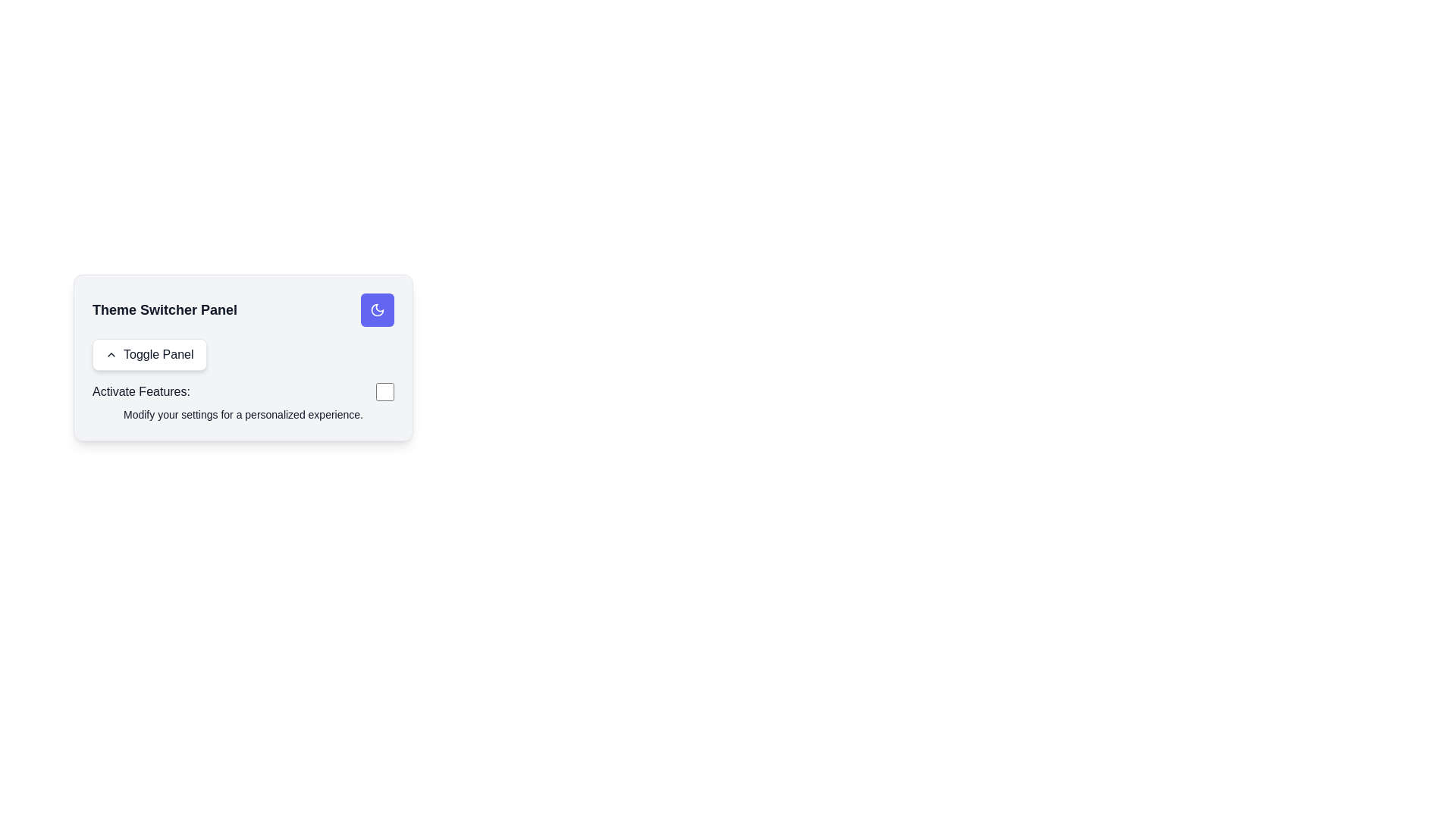 The height and width of the screenshot is (819, 1456). What do you see at coordinates (243, 415) in the screenshot?
I see `the text label that reads 'Modify your settings for a personalized experience.' positioned below the 'Activate Features:' label in the settings panel` at bounding box center [243, 415].